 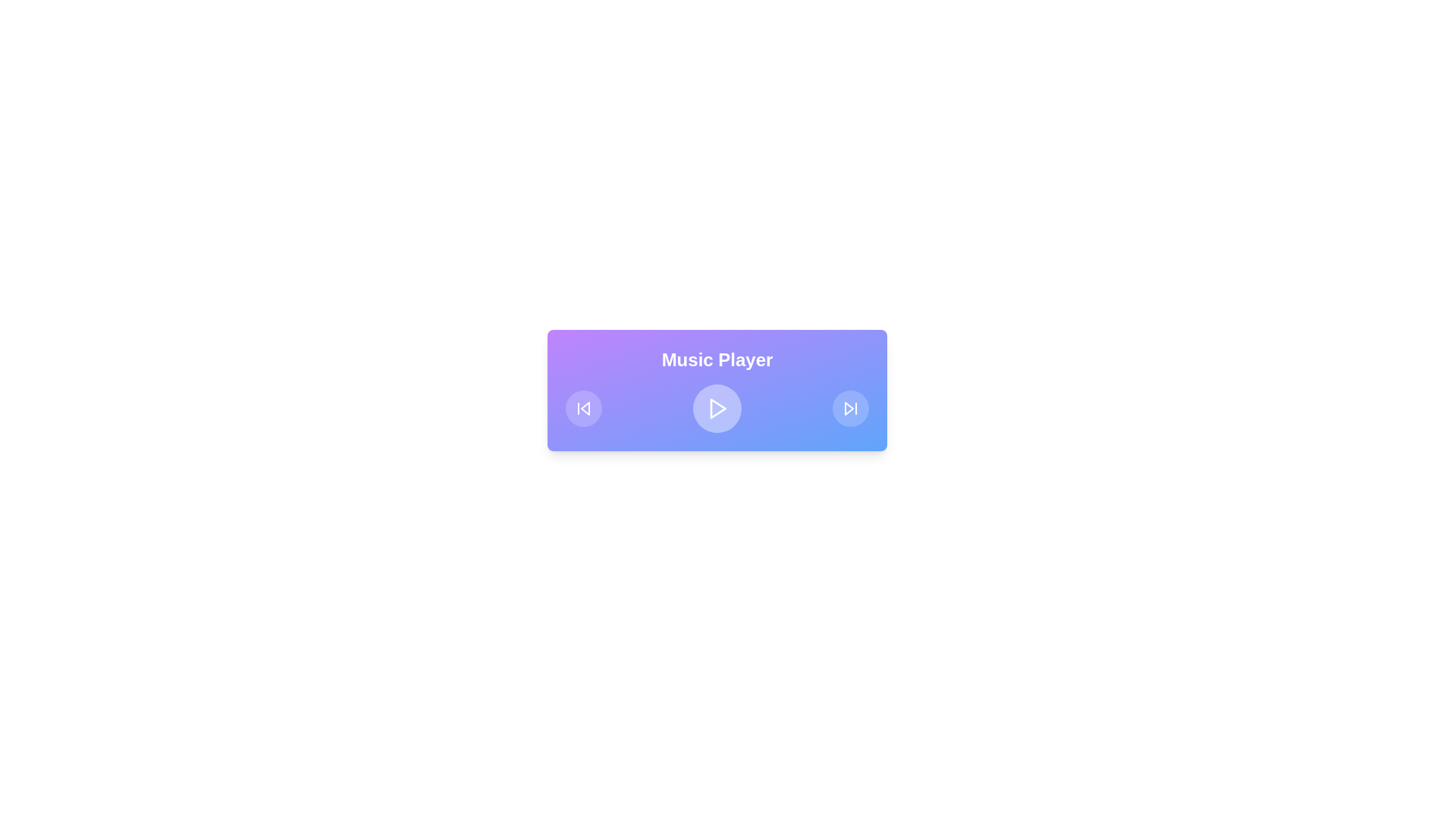 I want to click on the small interactive icon resembling a backward navigational arrow located within a rounded square button, so click(x=582, y=408).